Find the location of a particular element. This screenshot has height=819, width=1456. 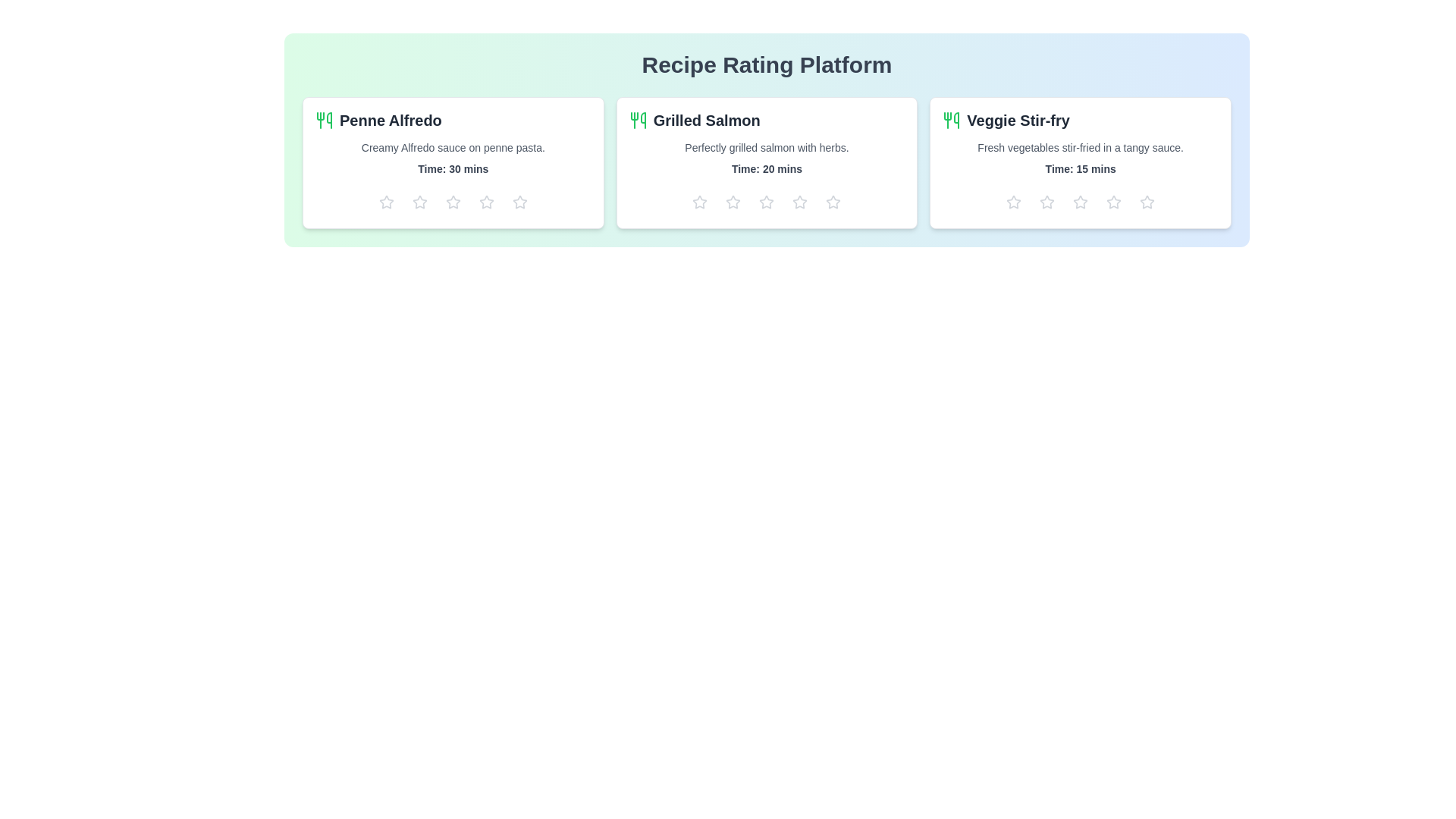

the star icon to set the rating to 2 for the recipe Veggie Stir-fry is located at coordinates (1046, 201).